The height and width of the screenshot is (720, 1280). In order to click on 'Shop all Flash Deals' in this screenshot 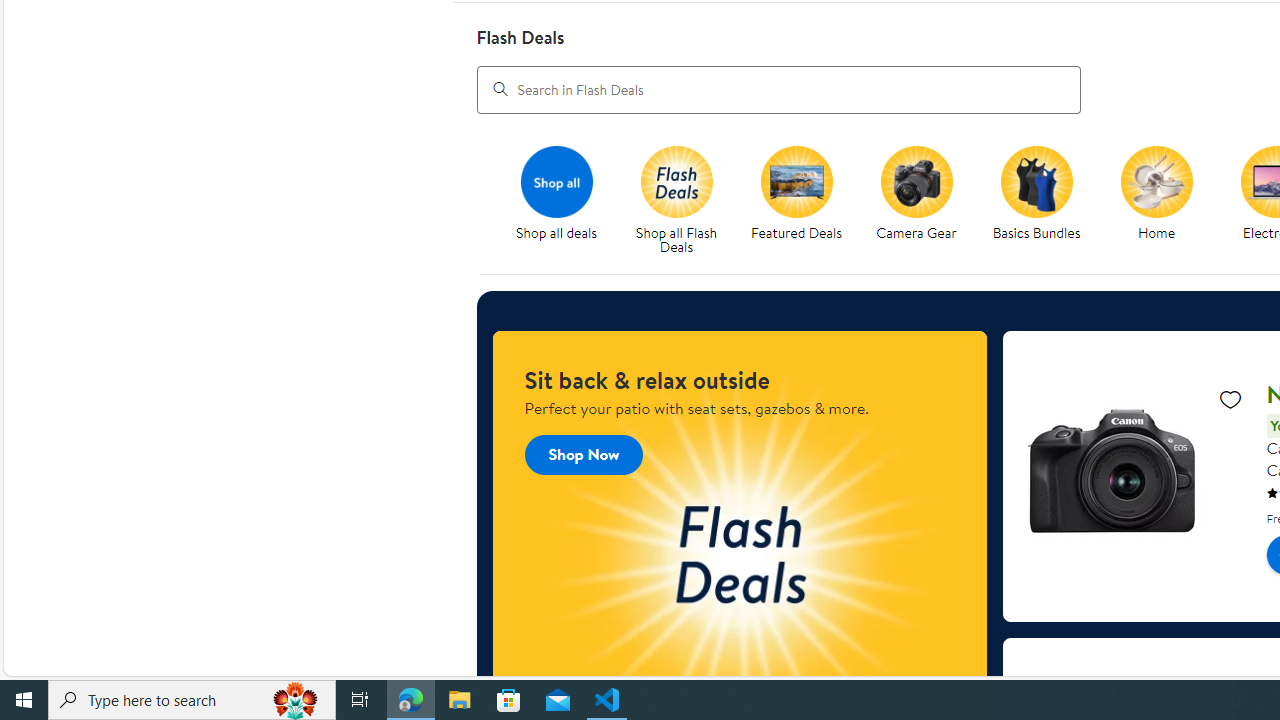, I will do `click(684, 201)`.